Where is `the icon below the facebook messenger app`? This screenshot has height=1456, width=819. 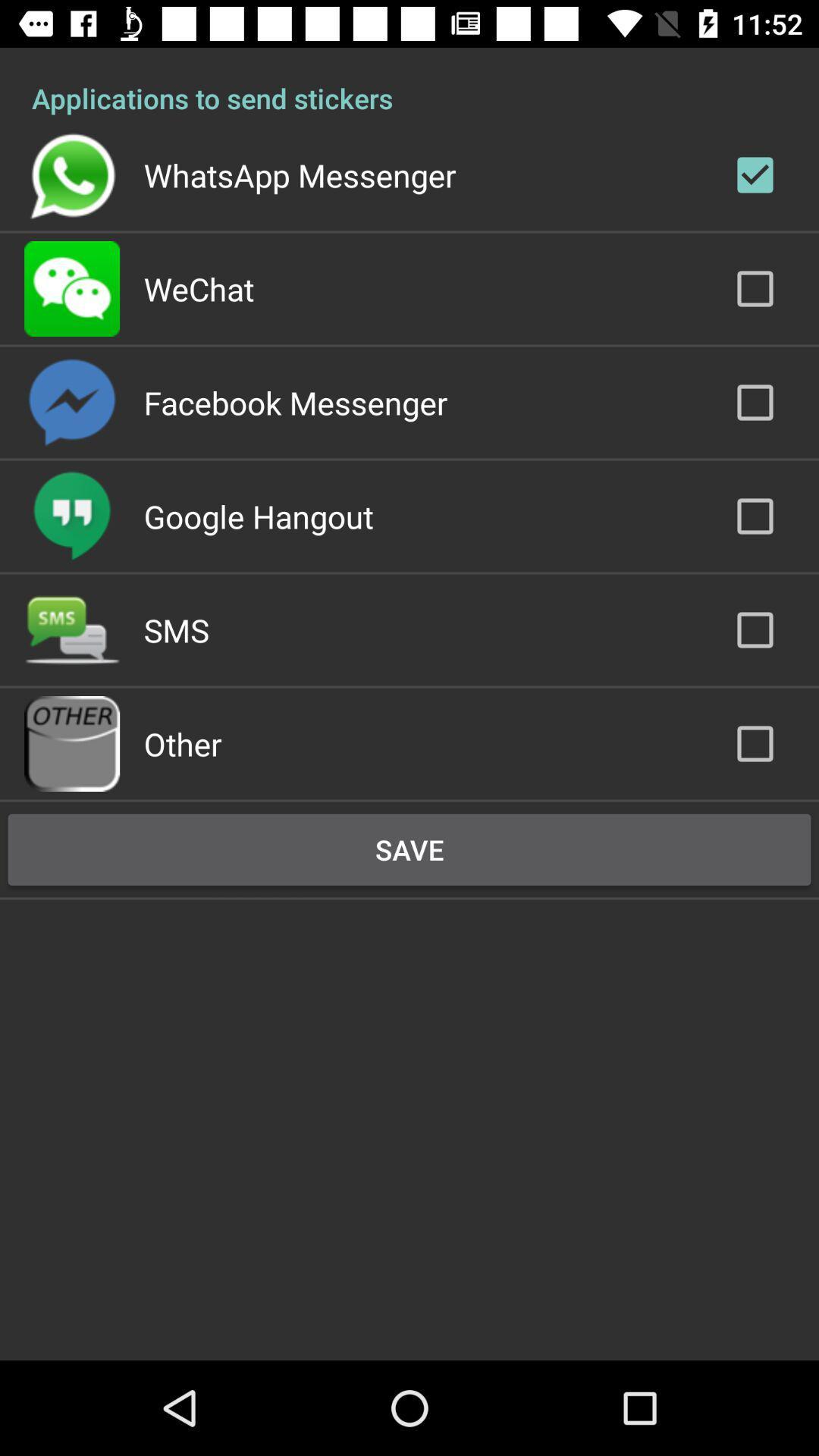 the icon below the facebook messenger app is located at coordinates (258, 516).